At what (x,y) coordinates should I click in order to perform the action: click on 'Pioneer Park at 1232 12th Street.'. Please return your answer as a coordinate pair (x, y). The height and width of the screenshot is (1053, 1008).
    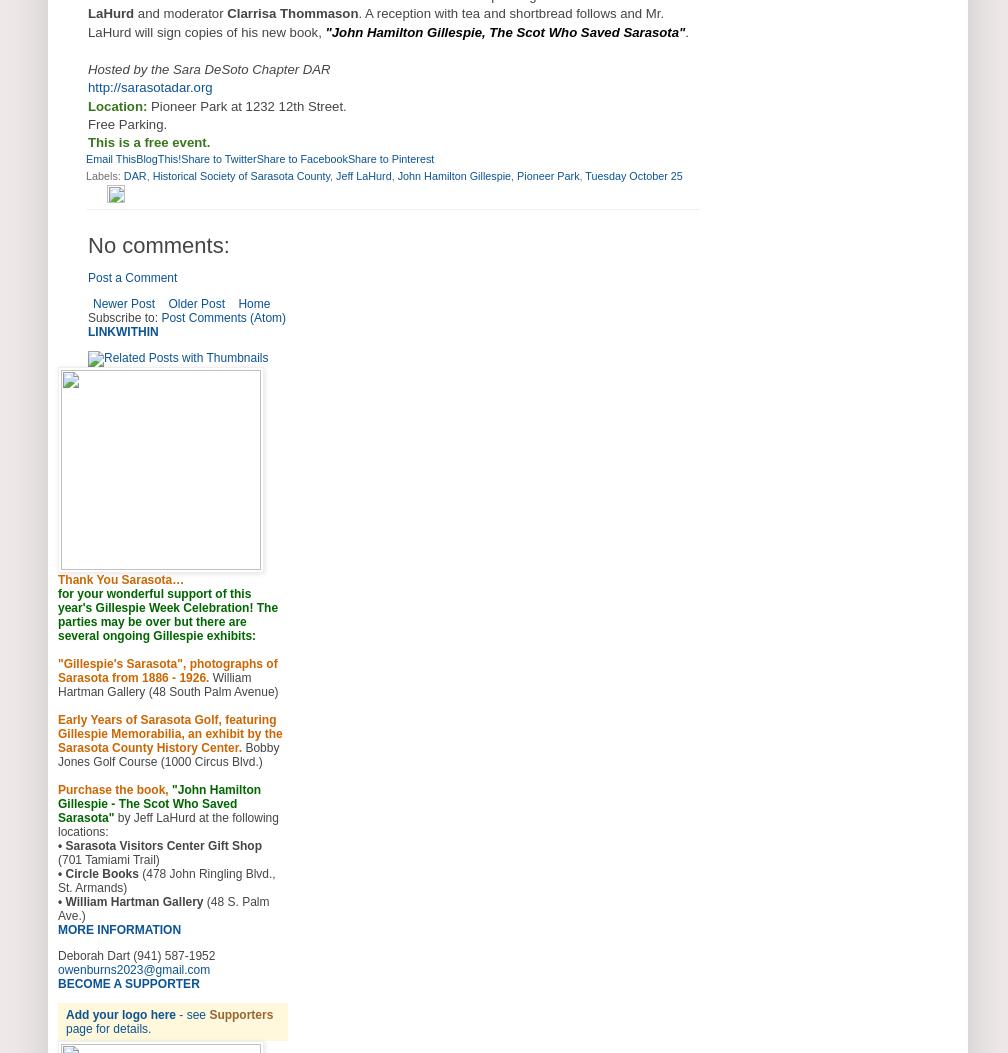
    Looking at the image, I should click on (246, 105).